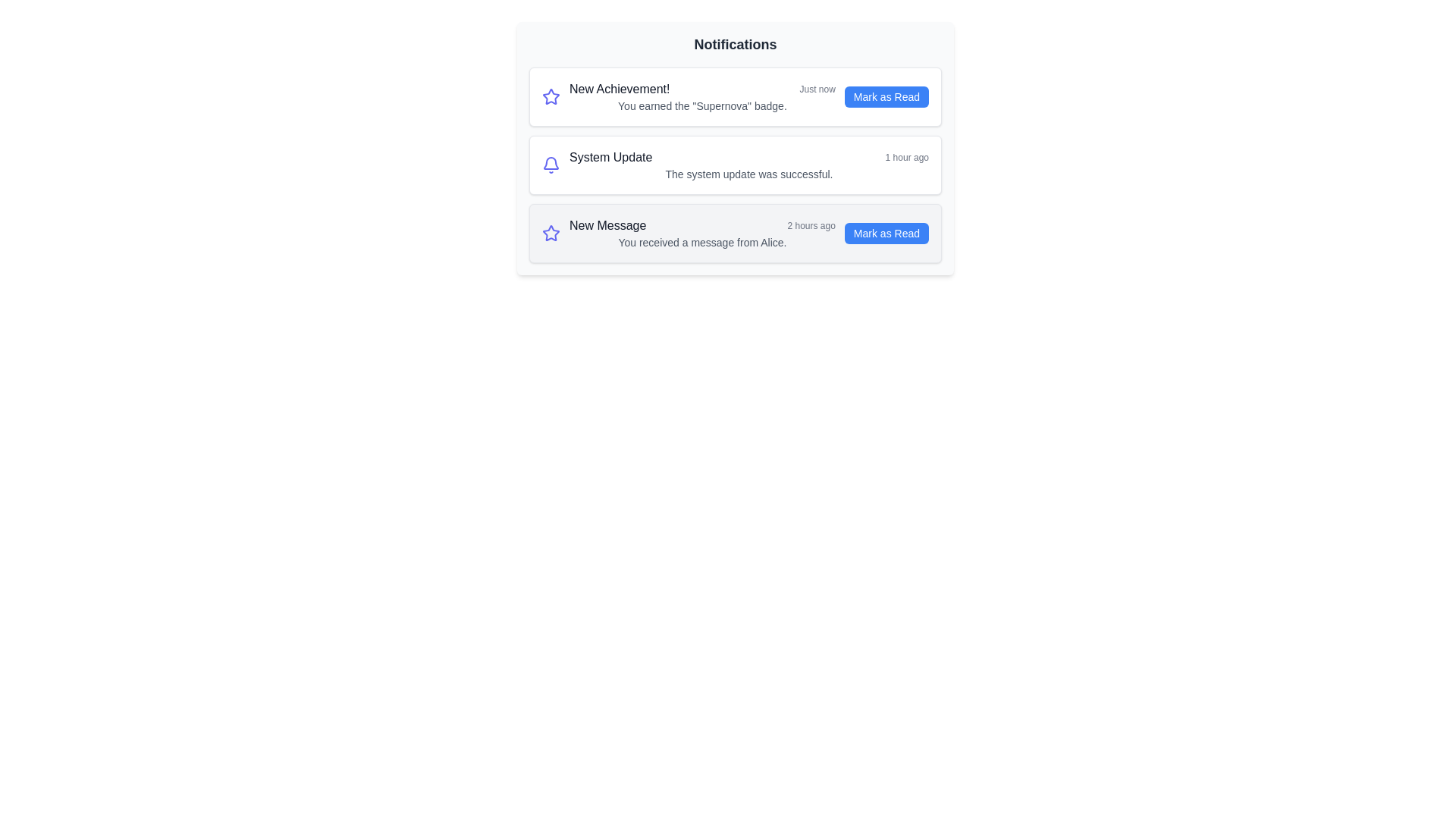 Image resolution: width=1456 pixels, height=819 pixels. What do you see at coordinates (735, 43) in the screenshot?
I see `text content of the Heading element displaying 'Notifications' in bold, large dark gray font at the top center of the interface` at bounding box center [735, 43].